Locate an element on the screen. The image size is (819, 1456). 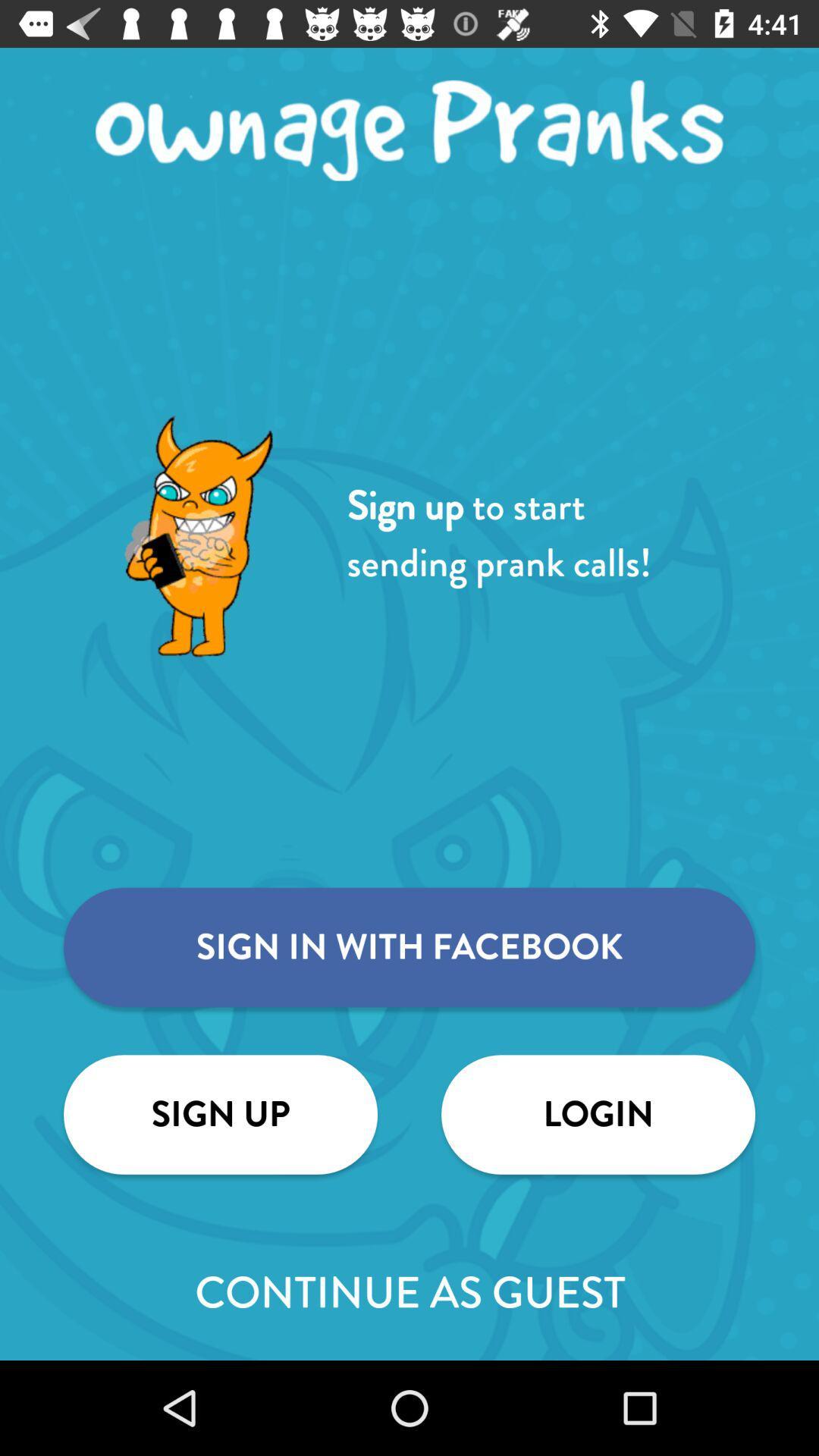
the login icon is located at coordinates (598, 1114).